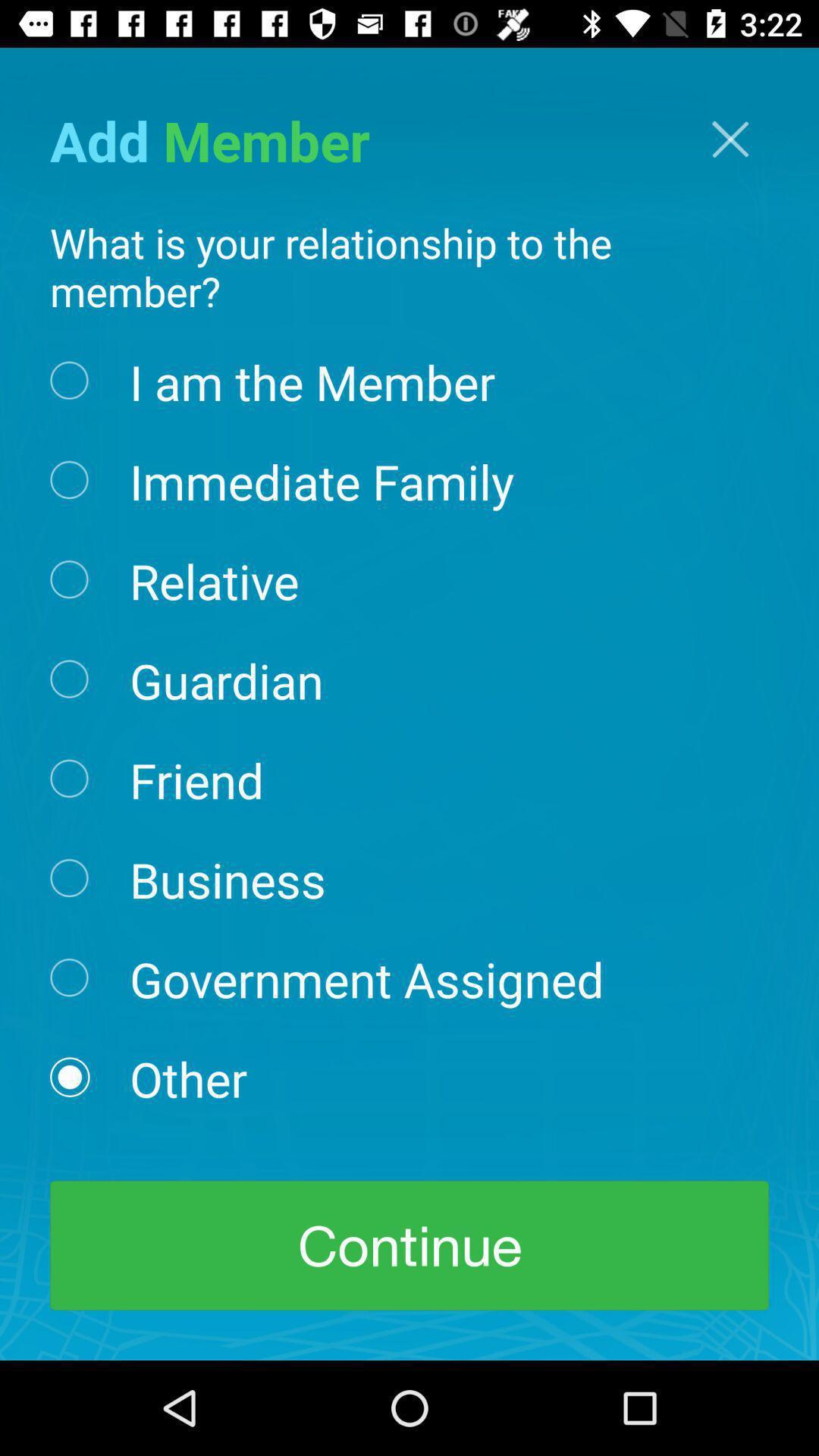  Describe the element at coordinates (730, 139) in the screenshot. I see `click close option` at that location.